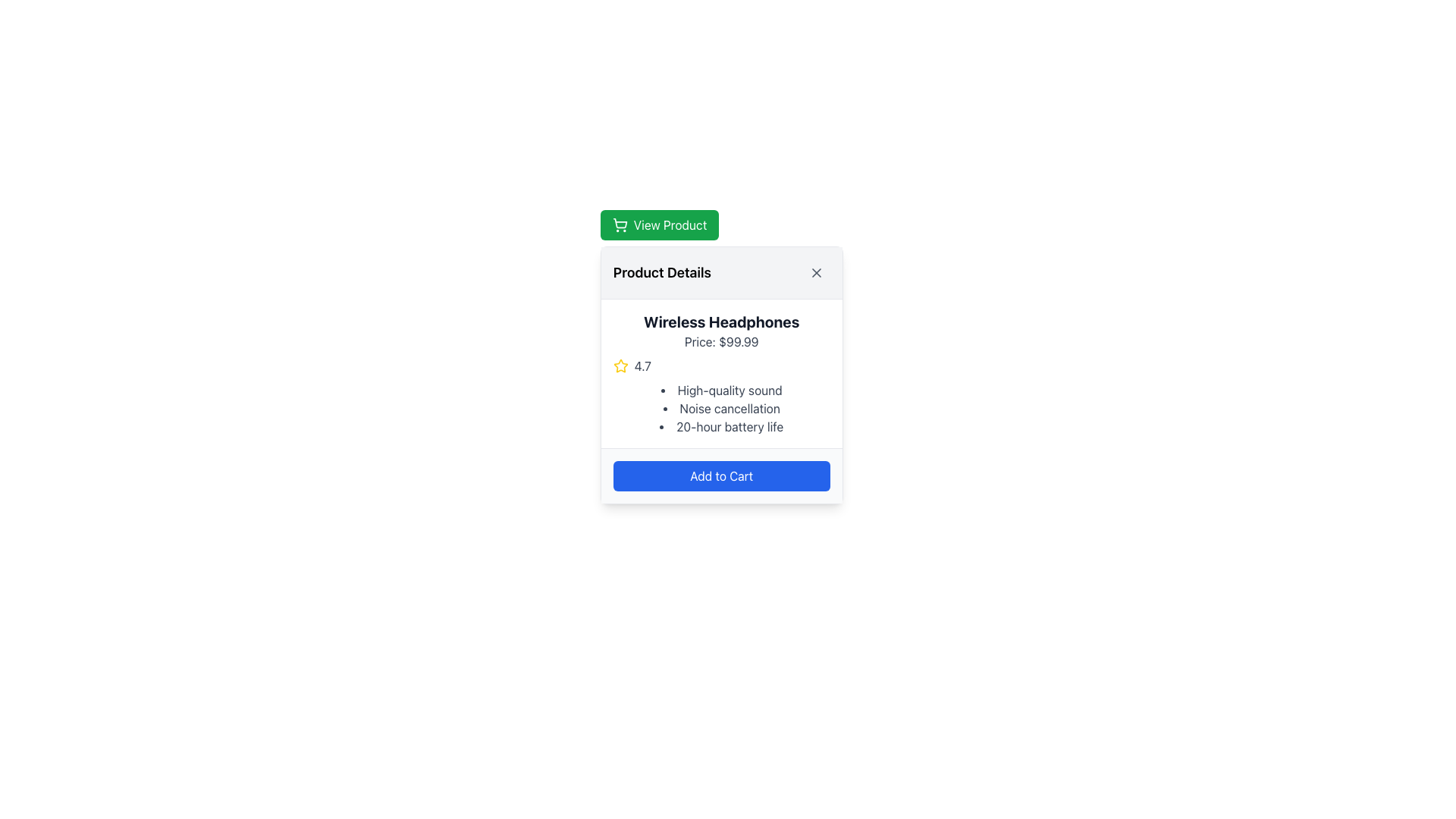  I want to click on the close/dismiss icon located in the top right corner of the 'Product Details' card, so click(815, 271).